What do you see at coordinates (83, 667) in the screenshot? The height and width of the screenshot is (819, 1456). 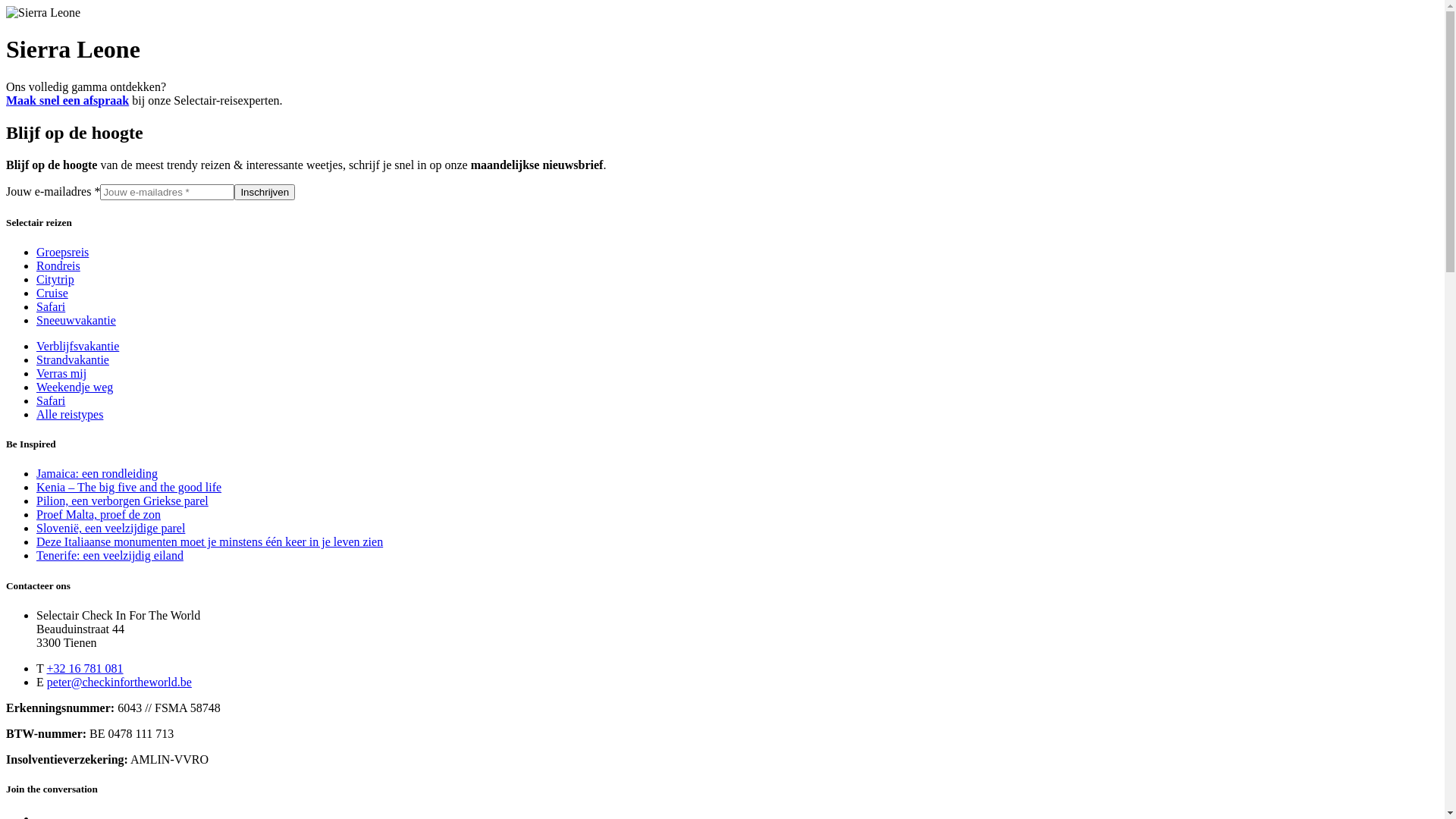 I see `'+32 16 781 081'` at bounding box center [83, 667].